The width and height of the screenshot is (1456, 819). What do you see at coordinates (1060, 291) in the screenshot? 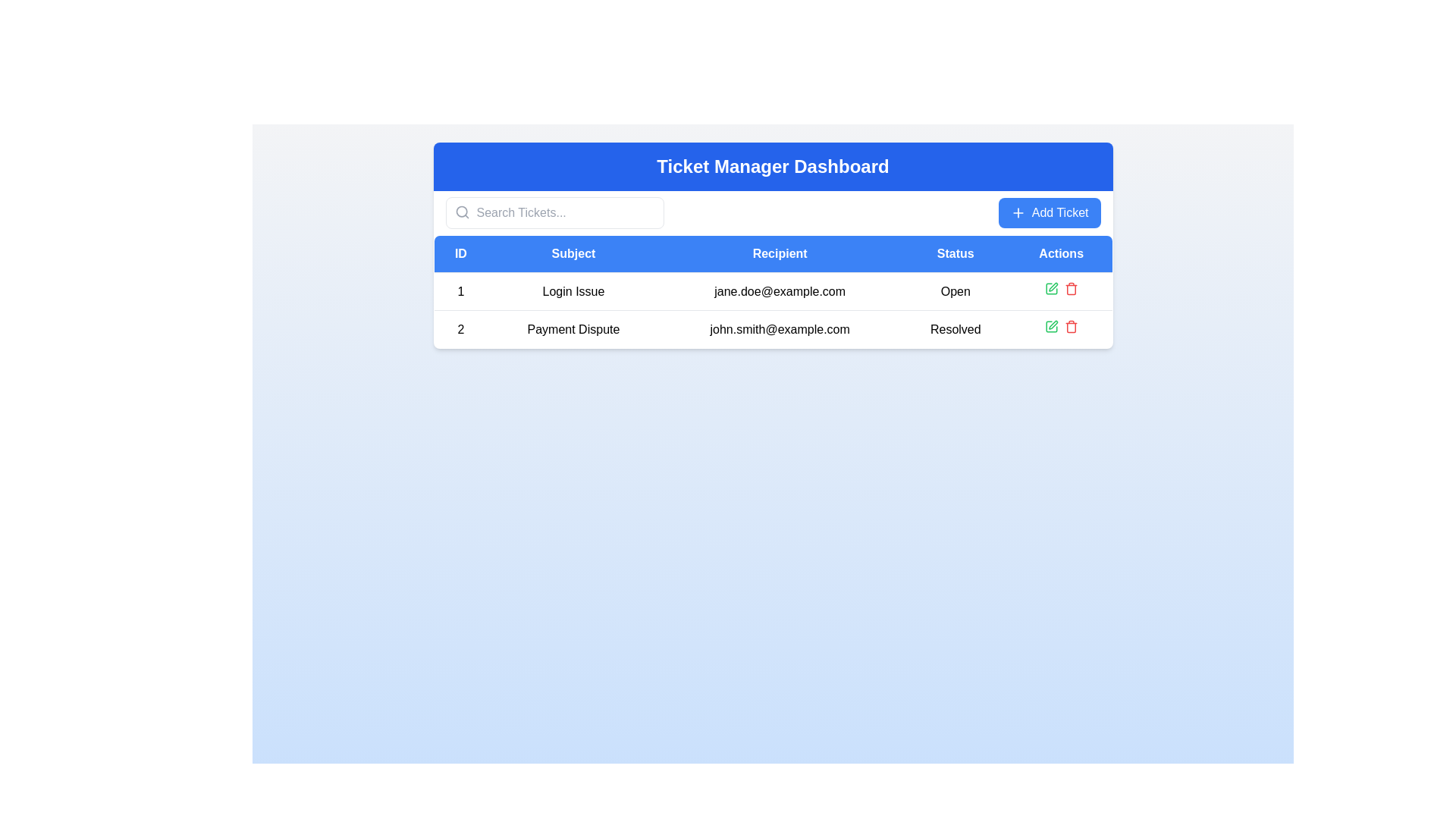
I see `the delete icon in the Action cell of the first row of the table, specifically in the fifth column aligned with the 'Login Issue' ticket` at bounding box center [1060, 291].